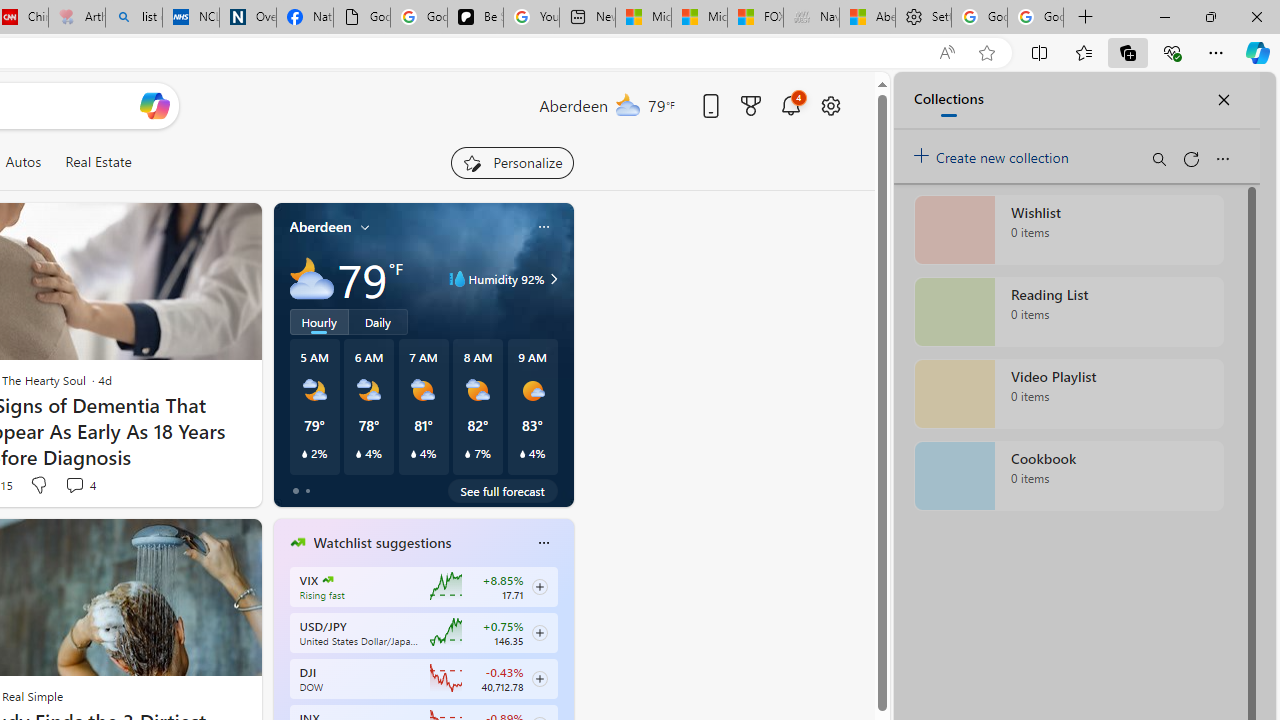 The image size is (1280, 720). What do you see at coordinates (23, 161) in the screenshot?
I see `'Autos'` at bounding box center [23, 161].